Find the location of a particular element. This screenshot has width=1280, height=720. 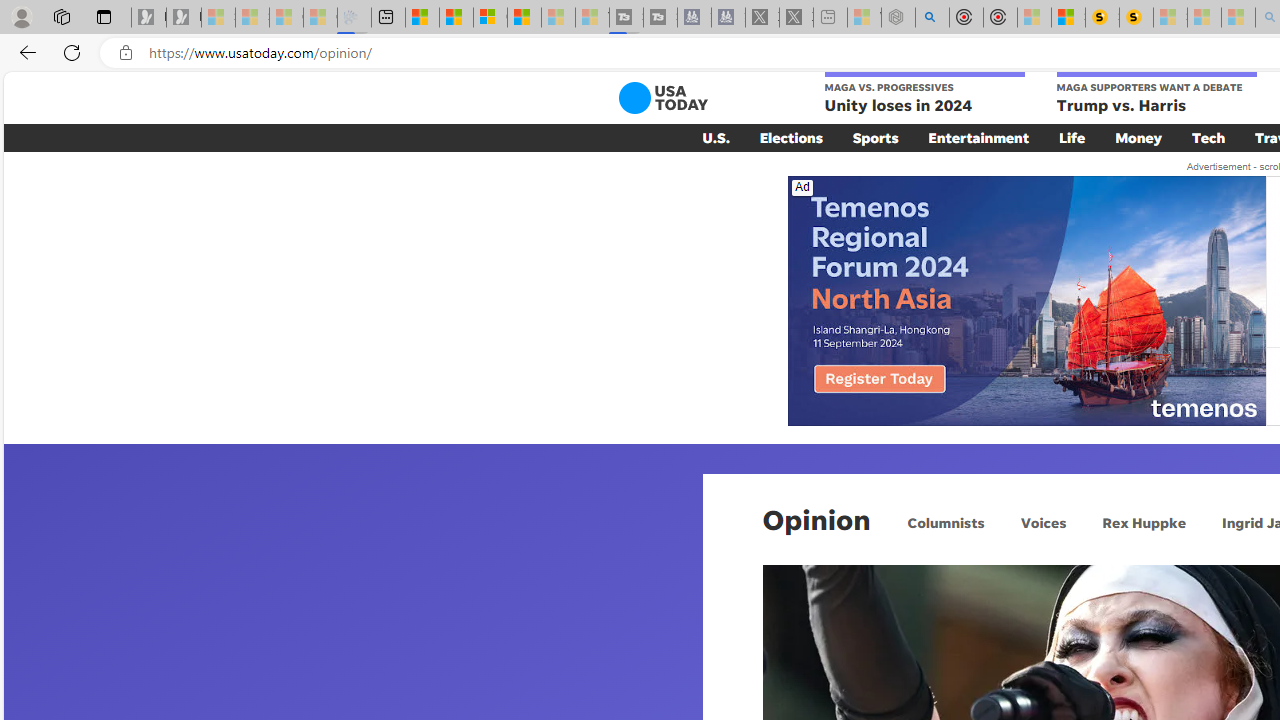

'Columnists' is located at coordinates (944, 521).